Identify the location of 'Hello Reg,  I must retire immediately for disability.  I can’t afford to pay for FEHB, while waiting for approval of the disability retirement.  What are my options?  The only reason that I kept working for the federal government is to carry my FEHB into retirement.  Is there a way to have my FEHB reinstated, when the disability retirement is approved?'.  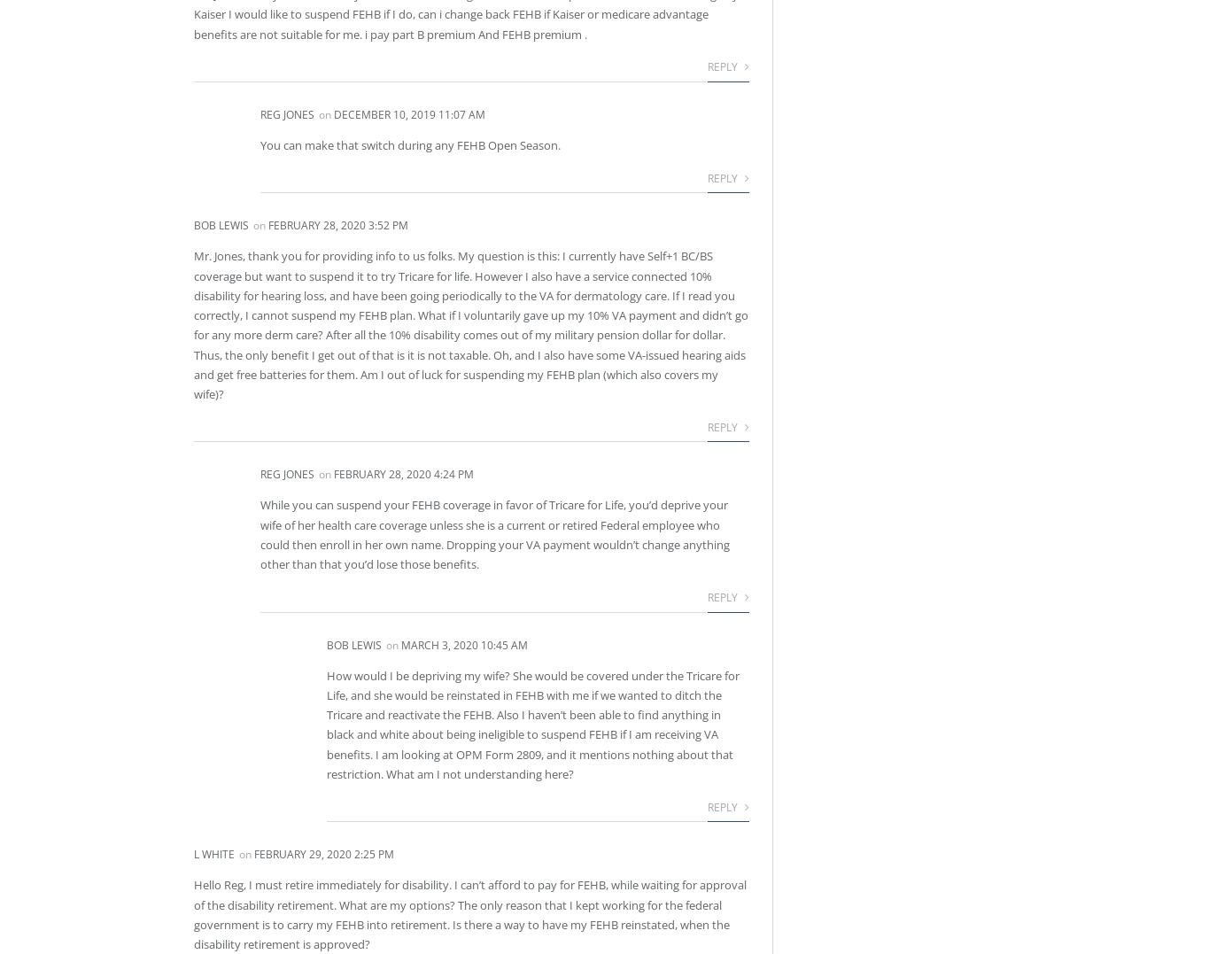
(193, 913).